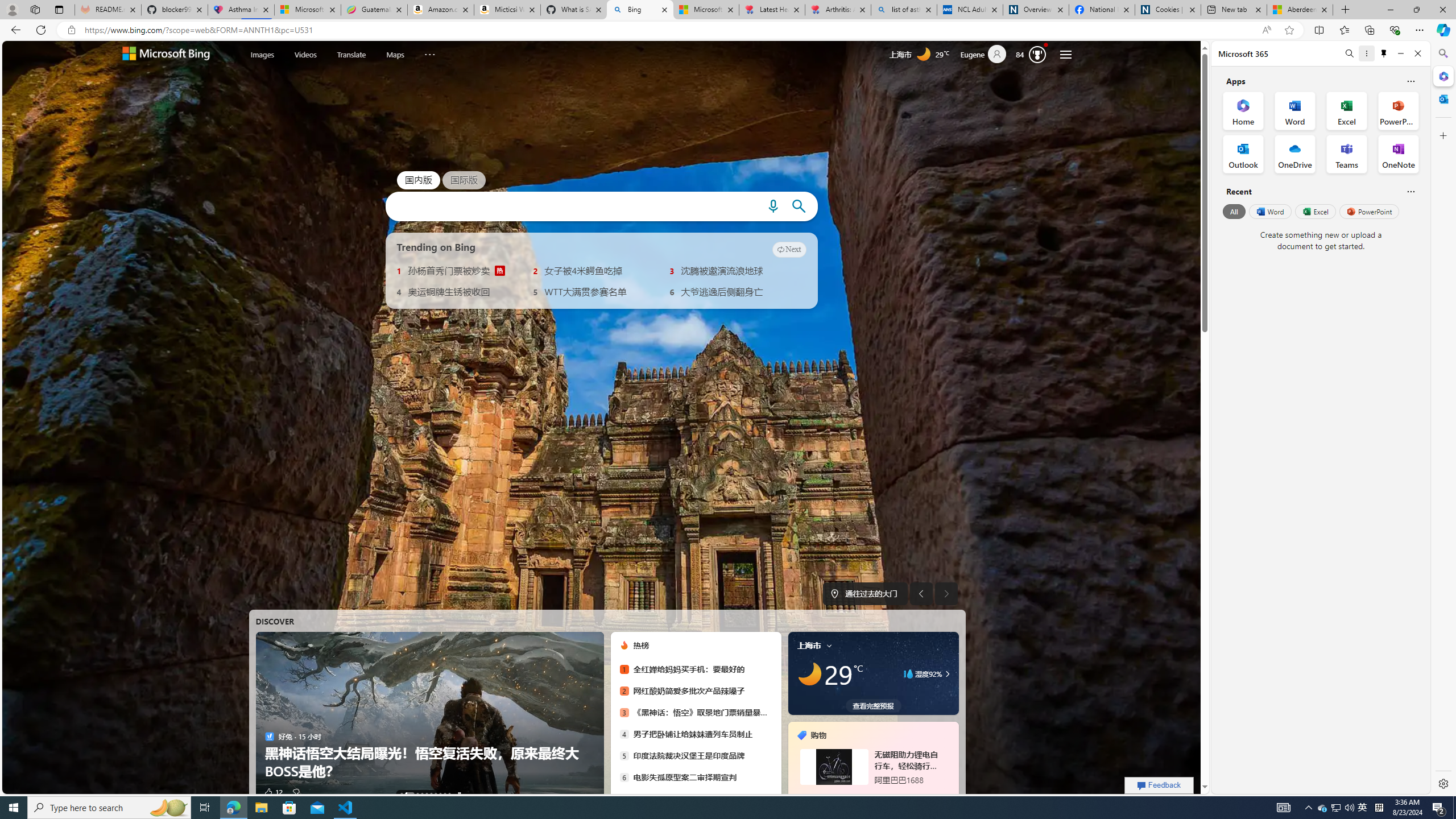  What do you see at coordinates (1033, 54) in the screenshot?
I see `'Microsoft Rewards 84'` at bounding box center [1033, 54].